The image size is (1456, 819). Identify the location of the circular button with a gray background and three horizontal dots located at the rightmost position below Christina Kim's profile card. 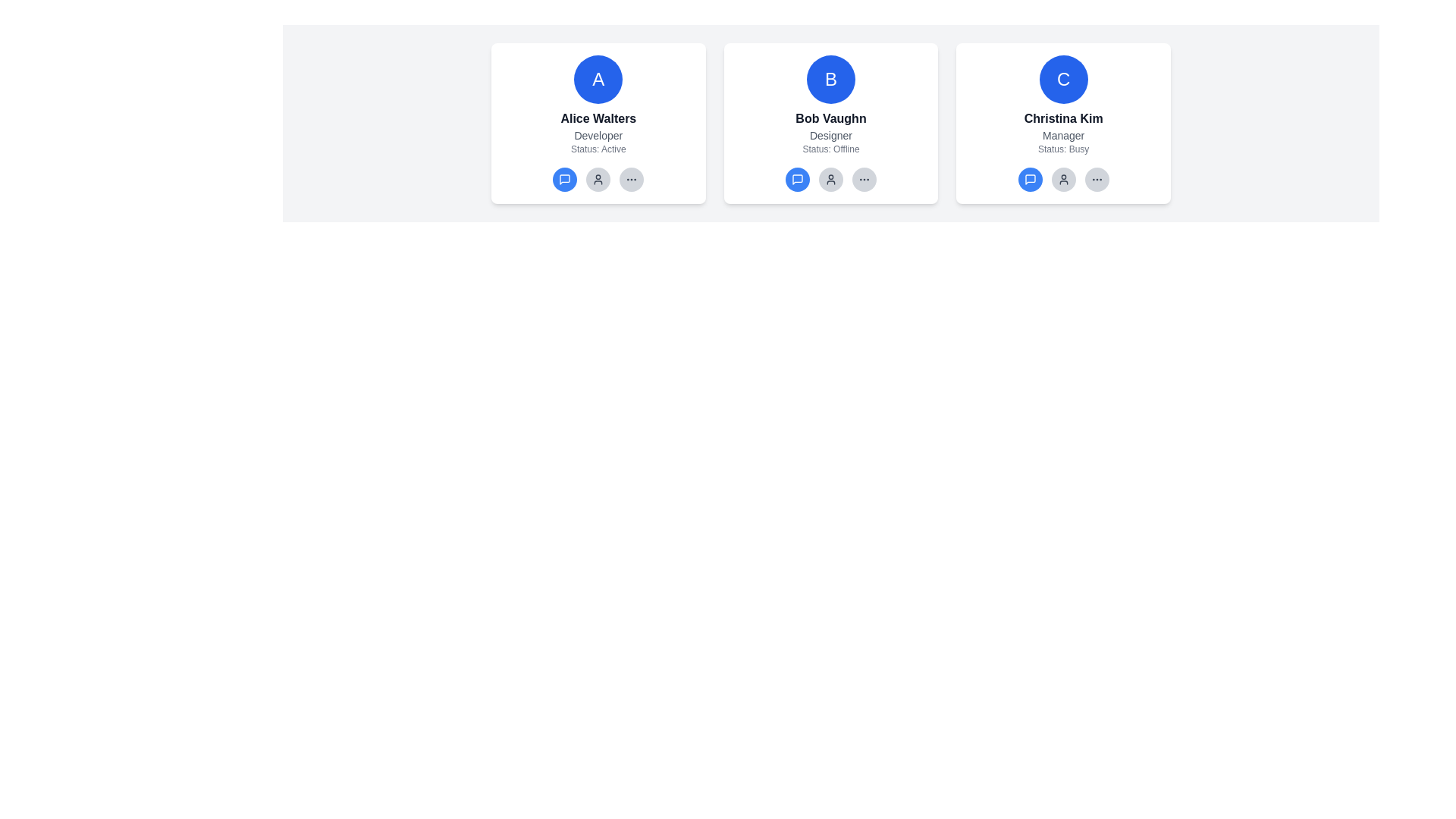
(1097, 178).